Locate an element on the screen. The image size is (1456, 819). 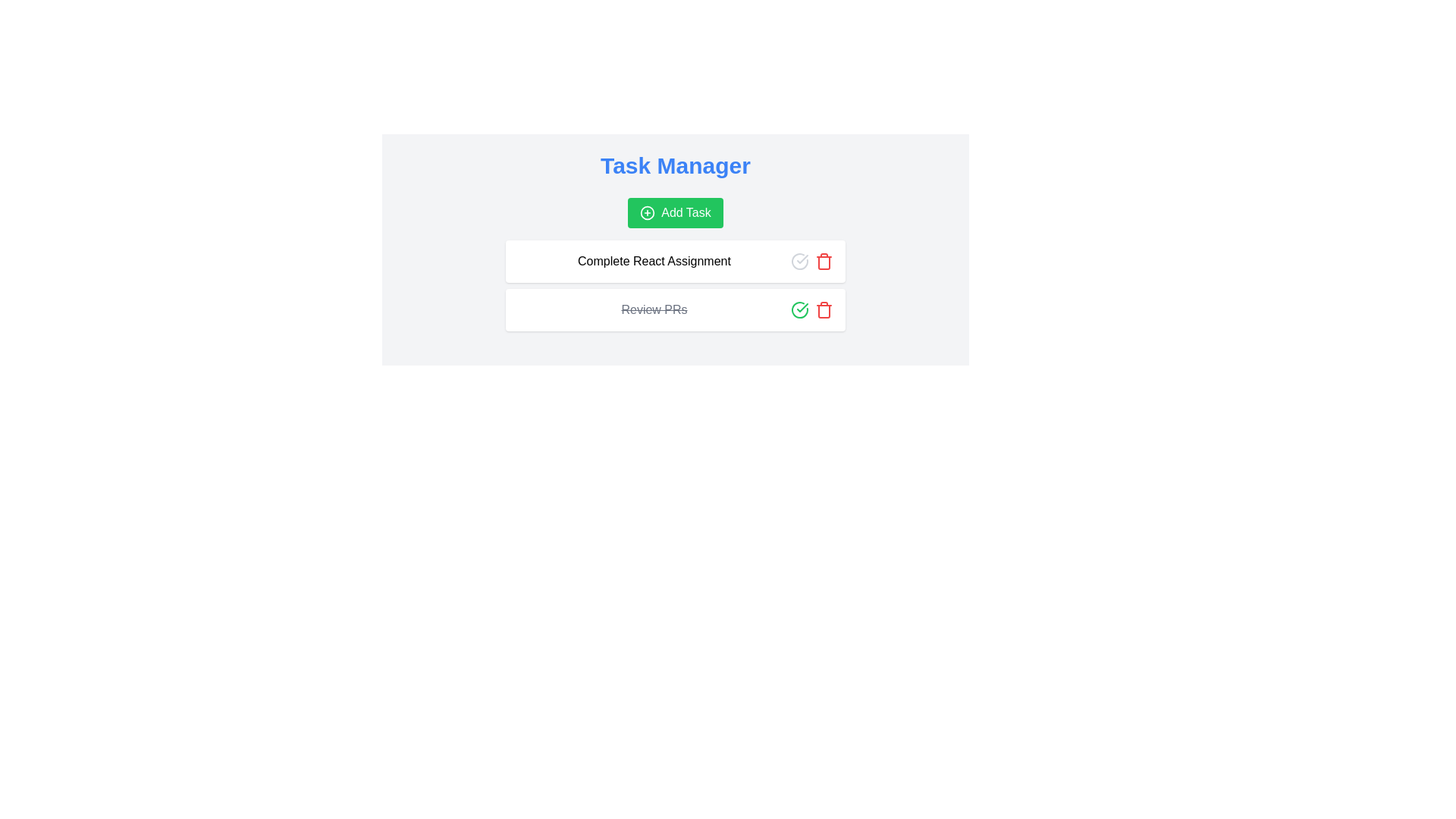
the 'Add Task' button, which is visually distinct with a green background and a white plus icon is located at coordinates (675, 213).